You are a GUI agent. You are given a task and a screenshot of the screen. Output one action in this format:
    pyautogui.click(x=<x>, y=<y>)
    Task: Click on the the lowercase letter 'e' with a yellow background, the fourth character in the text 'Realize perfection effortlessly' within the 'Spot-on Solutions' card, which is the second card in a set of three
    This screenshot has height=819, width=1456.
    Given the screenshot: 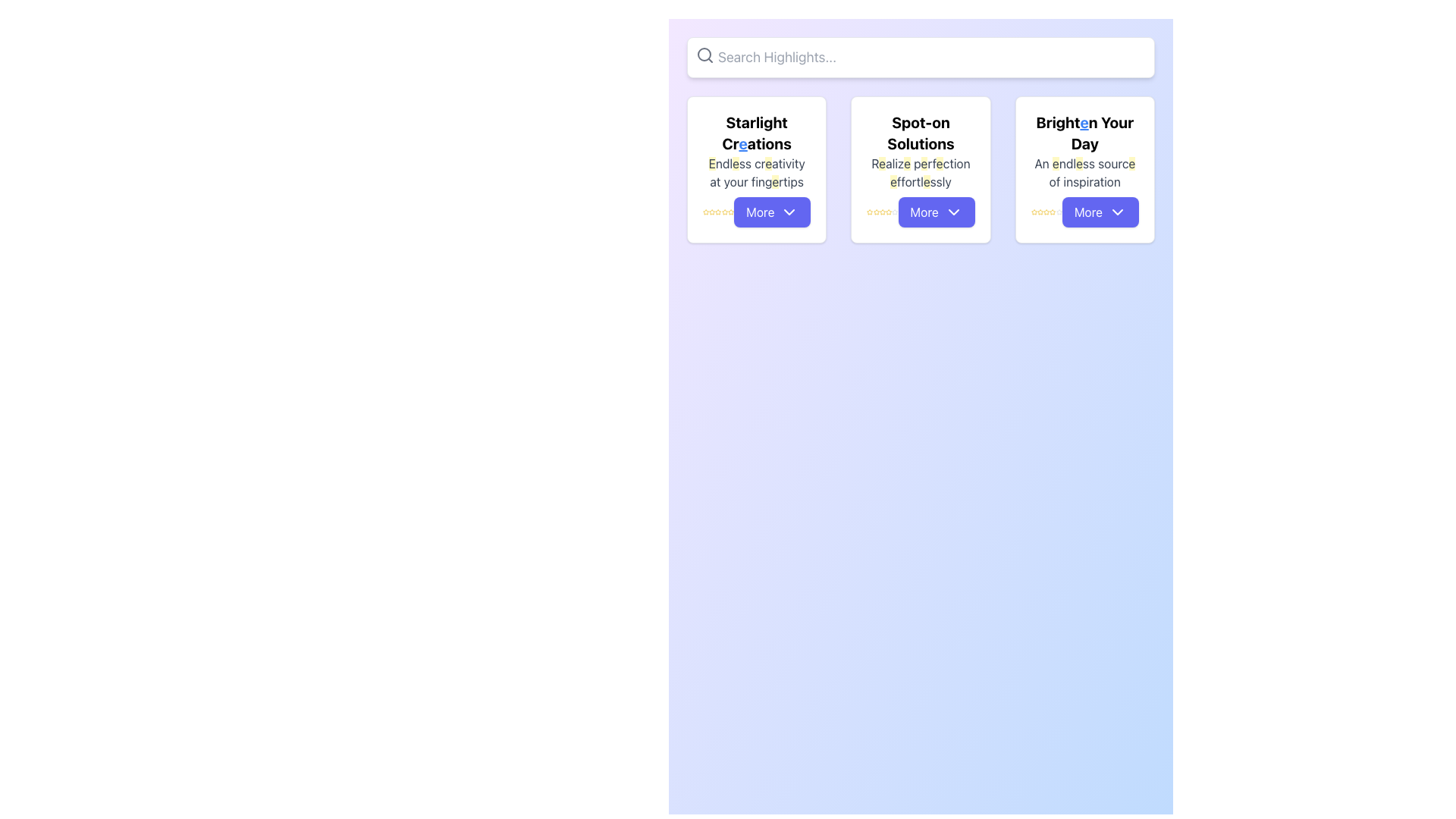 What is the action you would take?
    pyautogui.click(x=907, y=164)
    